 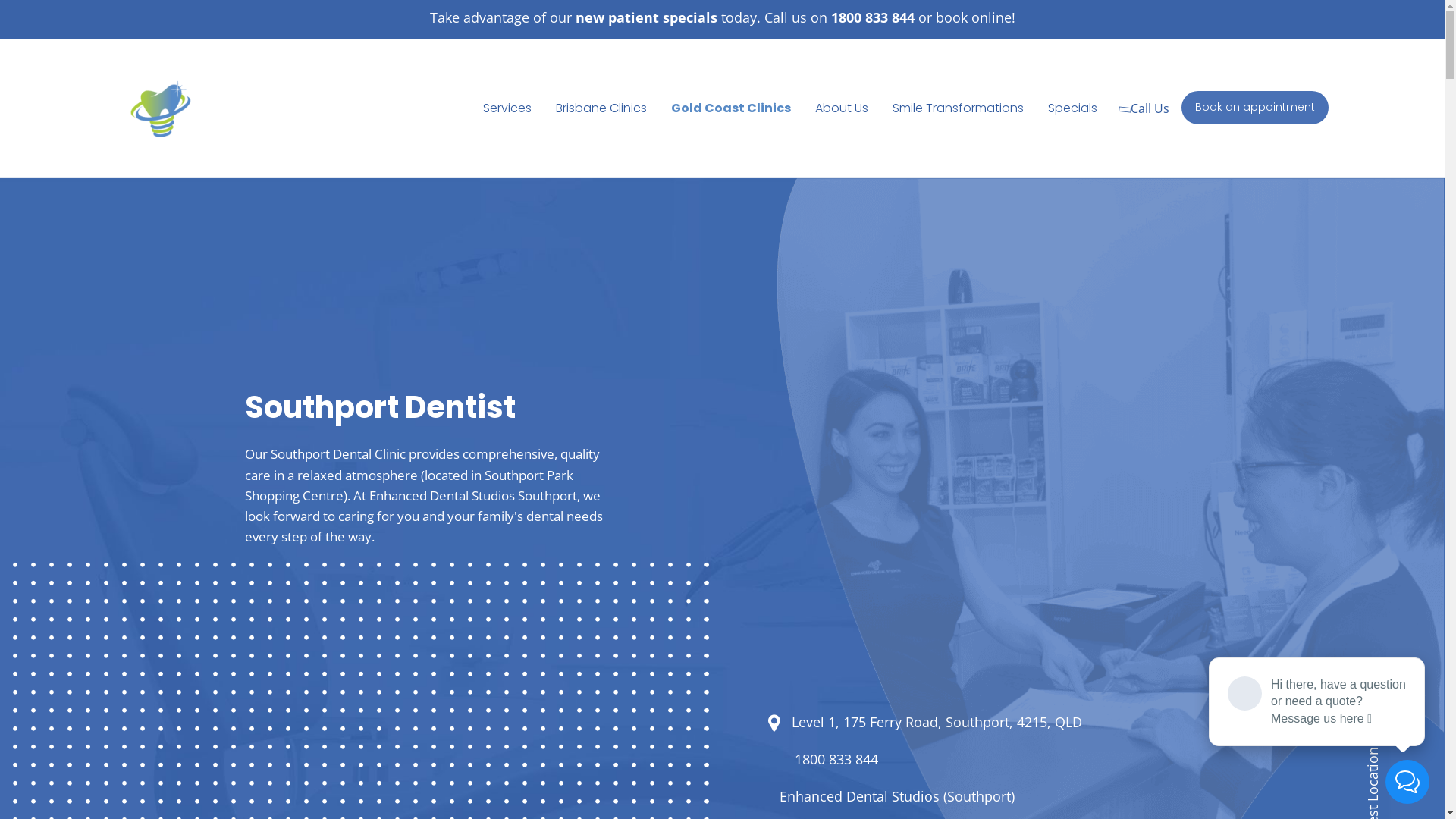 What do you see at coordinates (957, 107) in the screenshot?
I see `'Smile Transformations'` at bounding box center [957, 107].